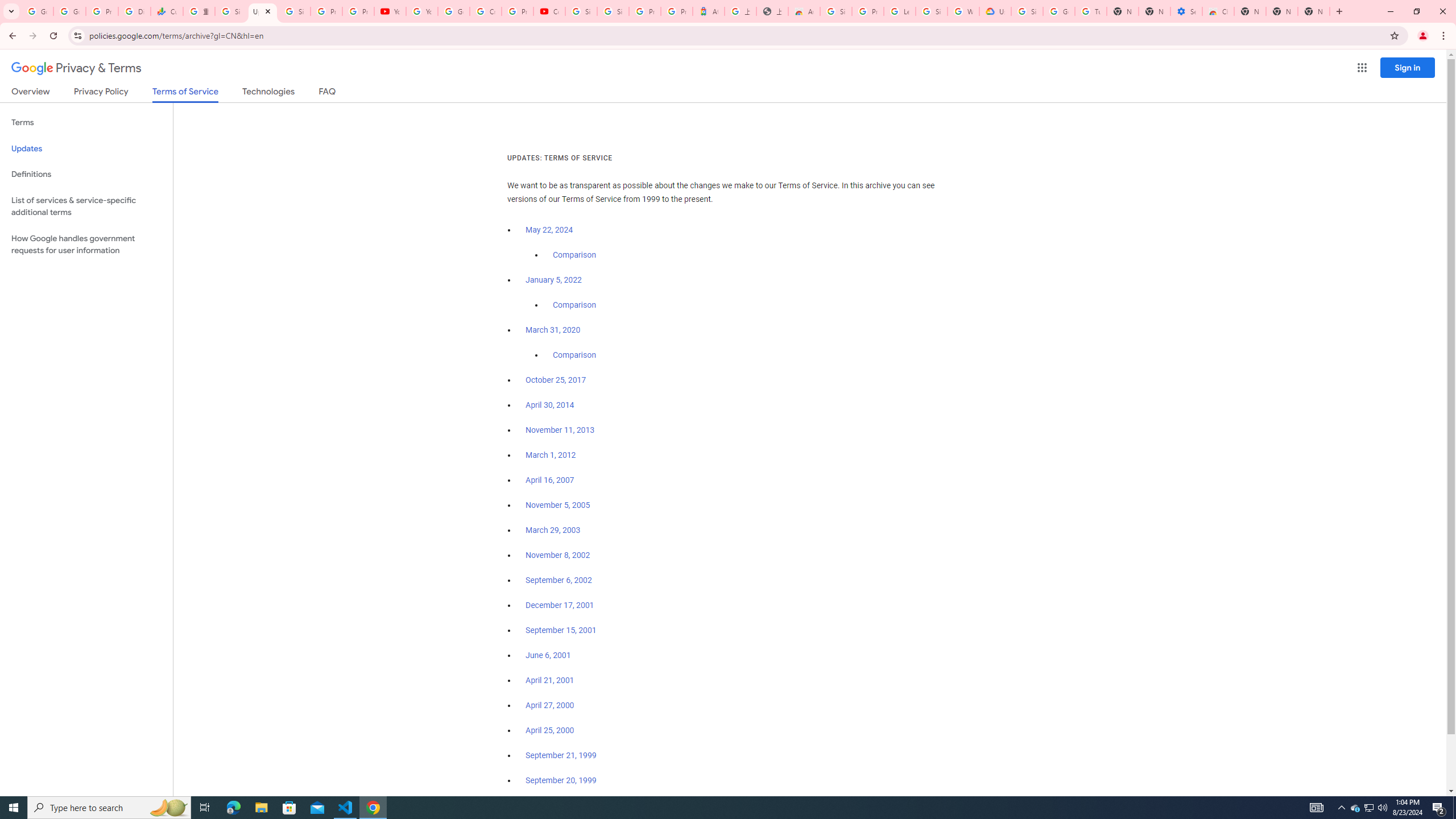  What do you see at coordinates (556, 379) in the screenshot?
I see `'October 25, 2017'` at bounding box center [556, 379].